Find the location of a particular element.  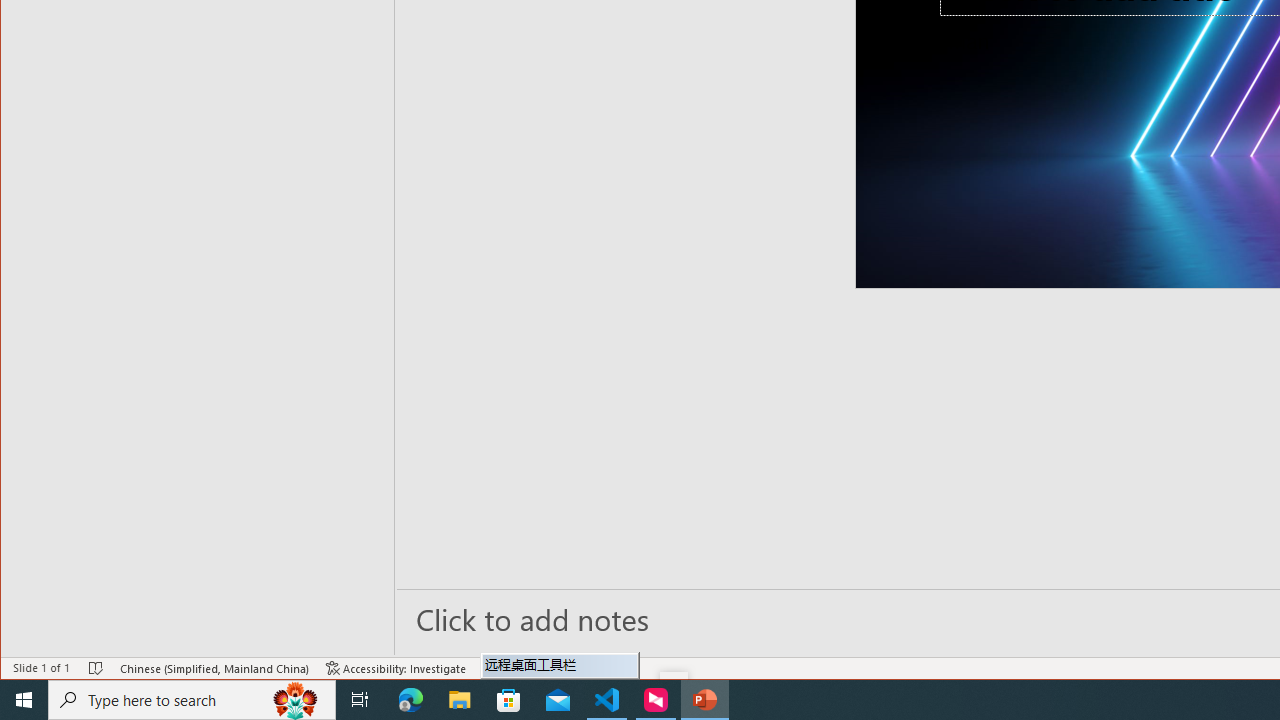

'Microsoft Edge' is located at coordinates (410, 698).